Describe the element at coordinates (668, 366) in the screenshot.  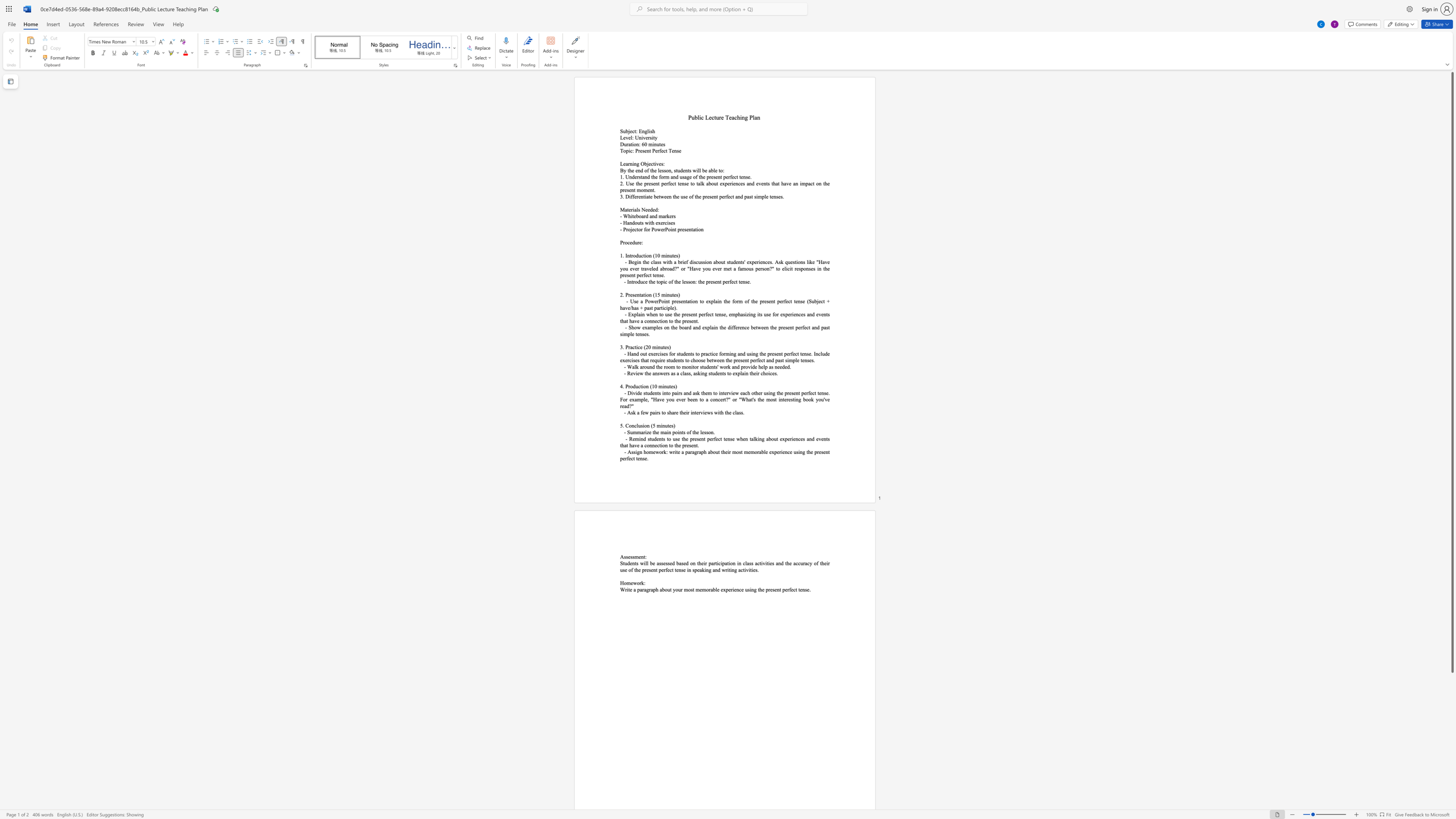
I see `the space between the continuous character "o" and "o" in the text` at that location.